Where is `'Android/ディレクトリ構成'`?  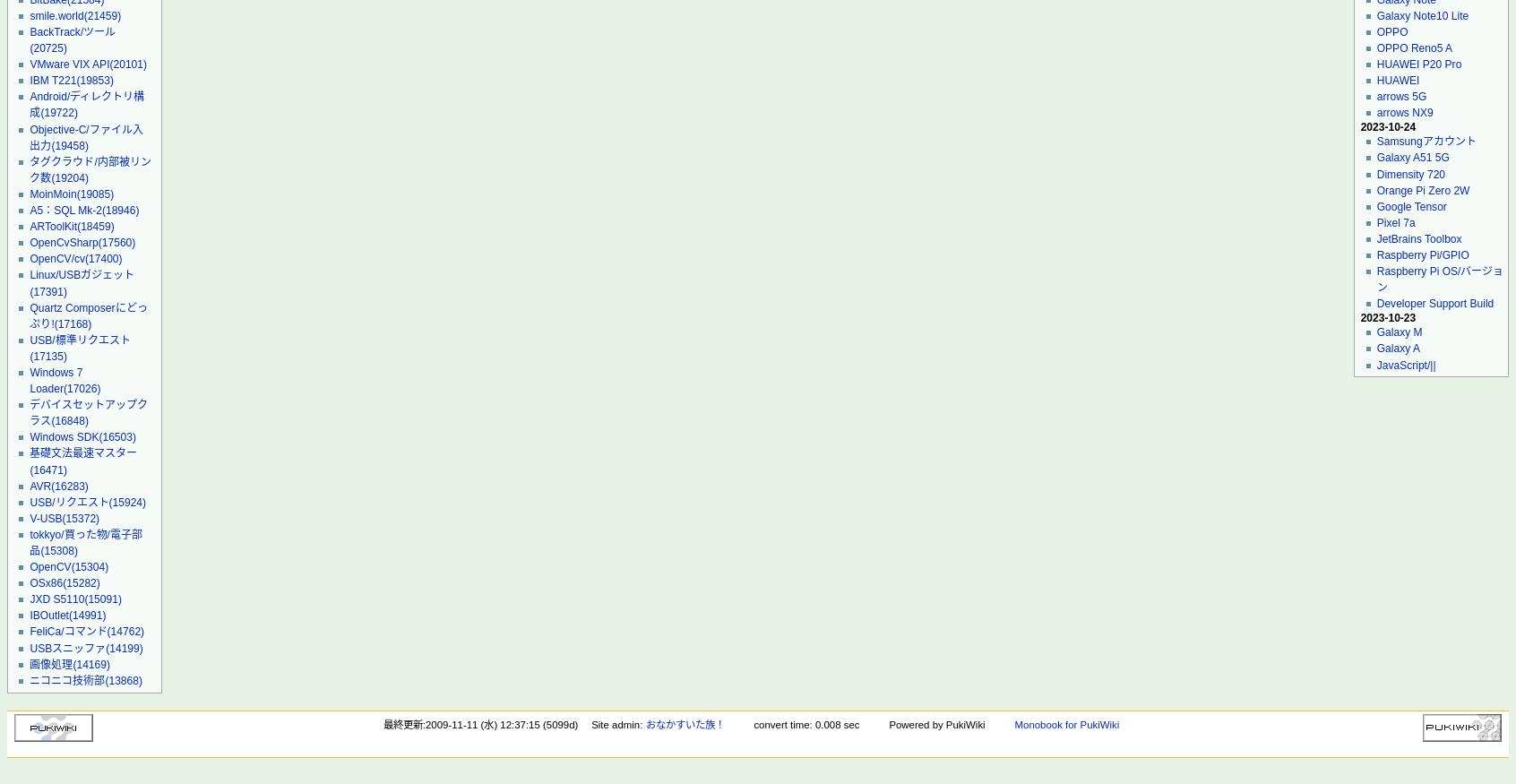 'Android/ディレクトリ構成' is located at coordinates (86, 104).